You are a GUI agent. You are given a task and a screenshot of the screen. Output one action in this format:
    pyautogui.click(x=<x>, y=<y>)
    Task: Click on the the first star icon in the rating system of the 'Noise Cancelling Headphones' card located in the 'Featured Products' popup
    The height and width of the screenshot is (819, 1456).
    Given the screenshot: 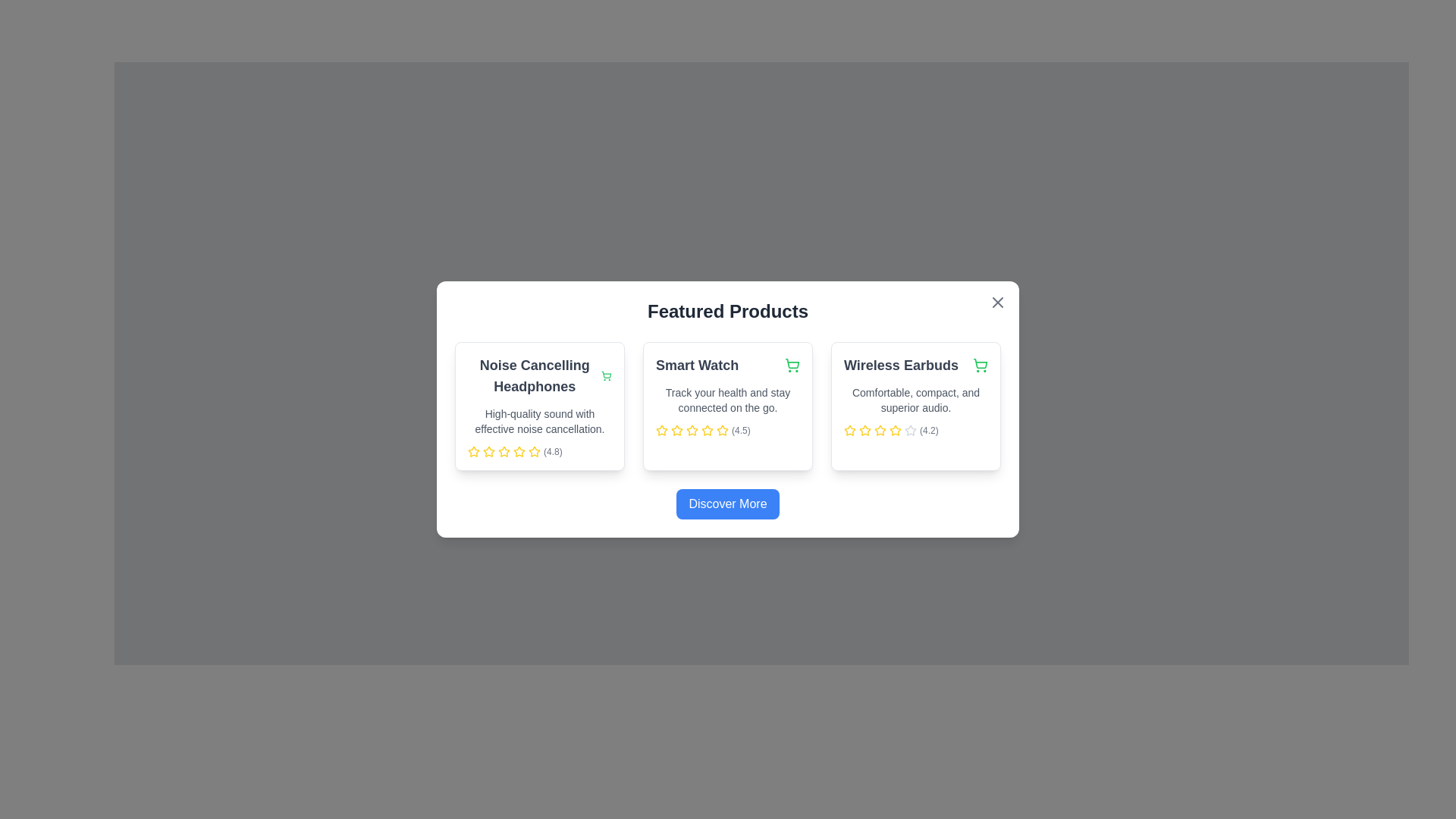 What is the action you would take?
    pyautogui.click(x=488, y=450)
    